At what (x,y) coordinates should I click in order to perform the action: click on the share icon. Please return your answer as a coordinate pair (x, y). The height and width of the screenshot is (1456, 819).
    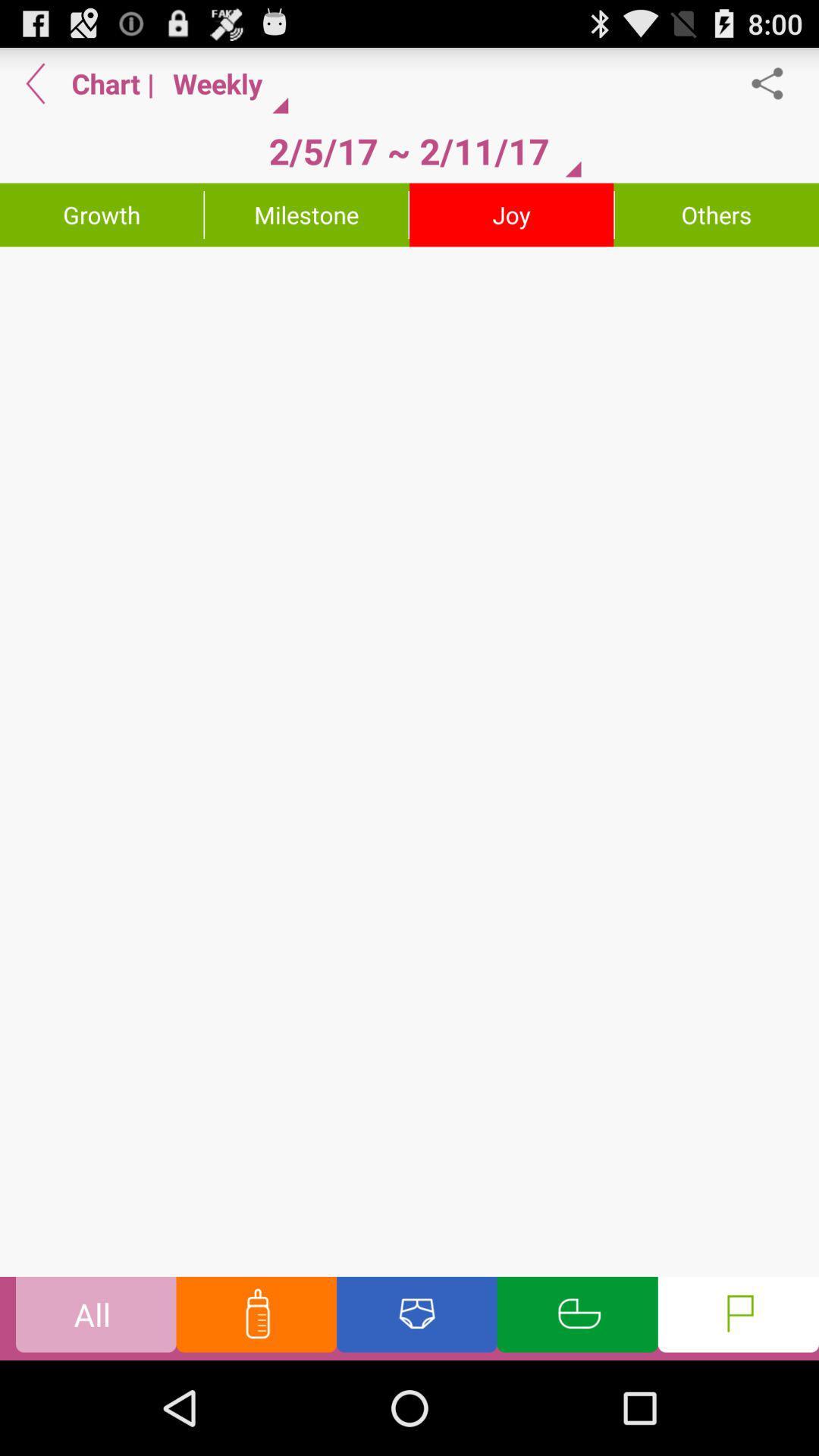
    Looking at the image, I should click on (775, 89).